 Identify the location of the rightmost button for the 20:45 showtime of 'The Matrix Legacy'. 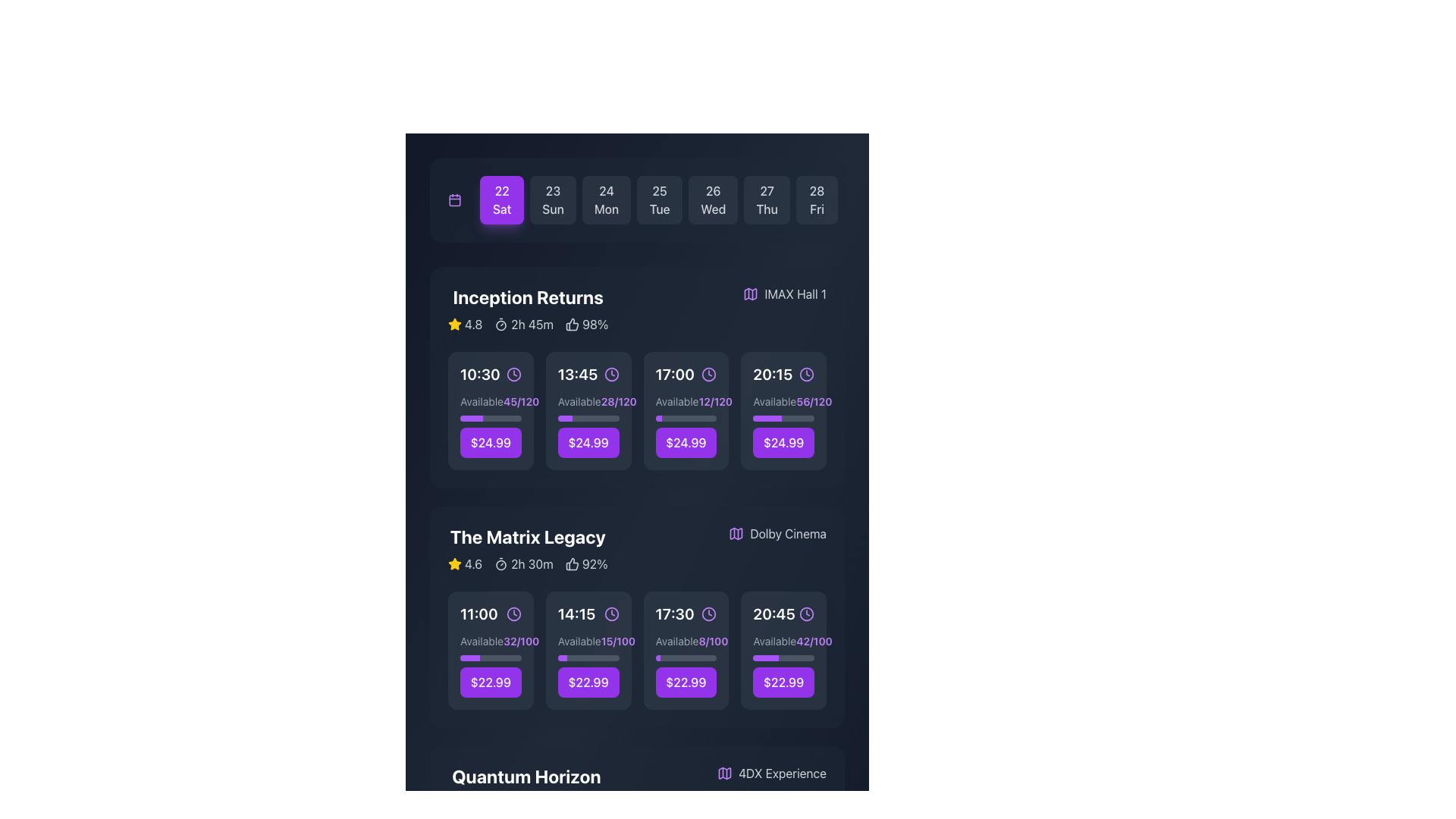
(783, 681).